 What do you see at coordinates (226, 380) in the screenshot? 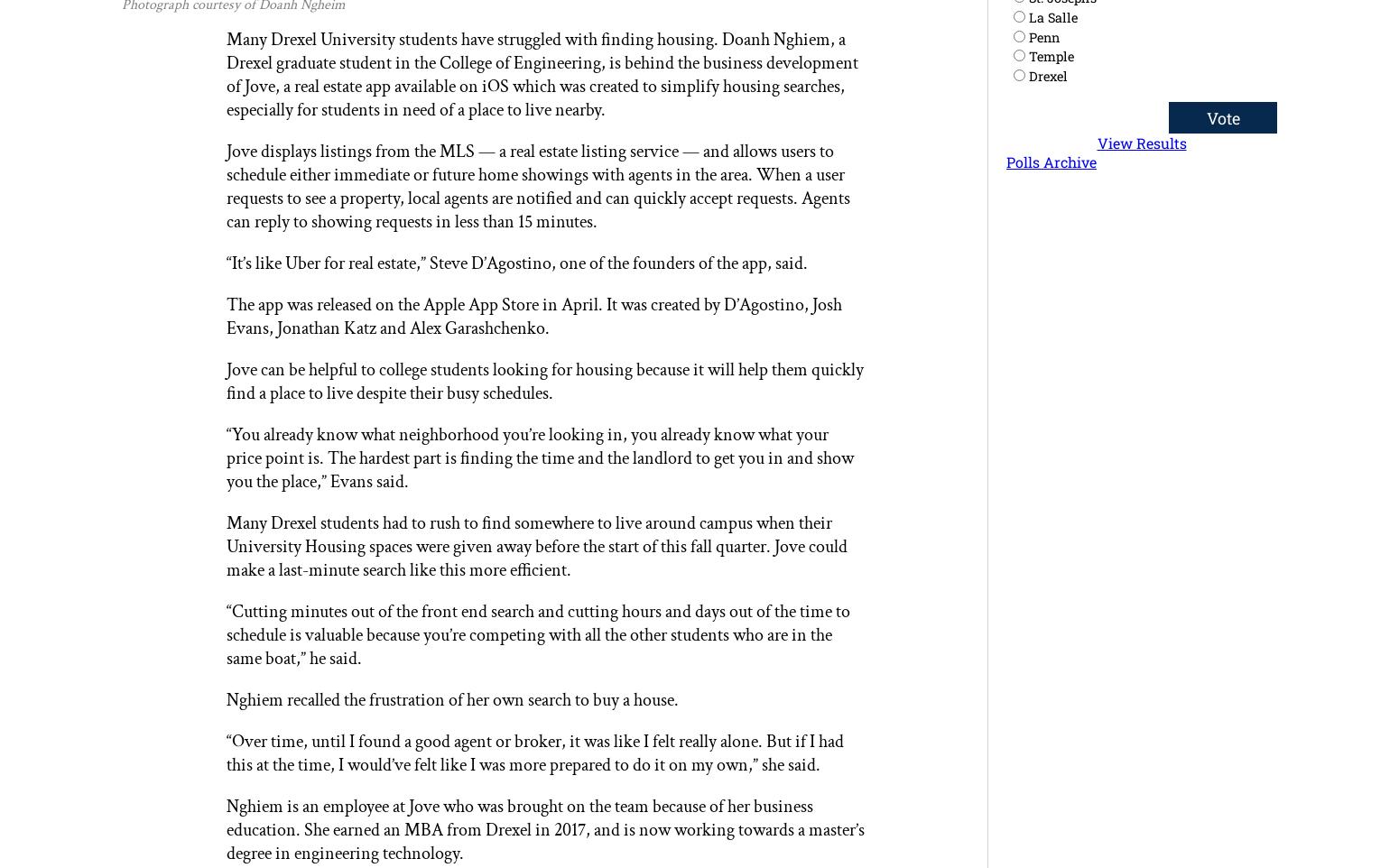
I see `'Jove can be helpful to college students looking for housing because it will help them quickly find a place to live despite their busy schedules.'` at bounding box center [226, 380].